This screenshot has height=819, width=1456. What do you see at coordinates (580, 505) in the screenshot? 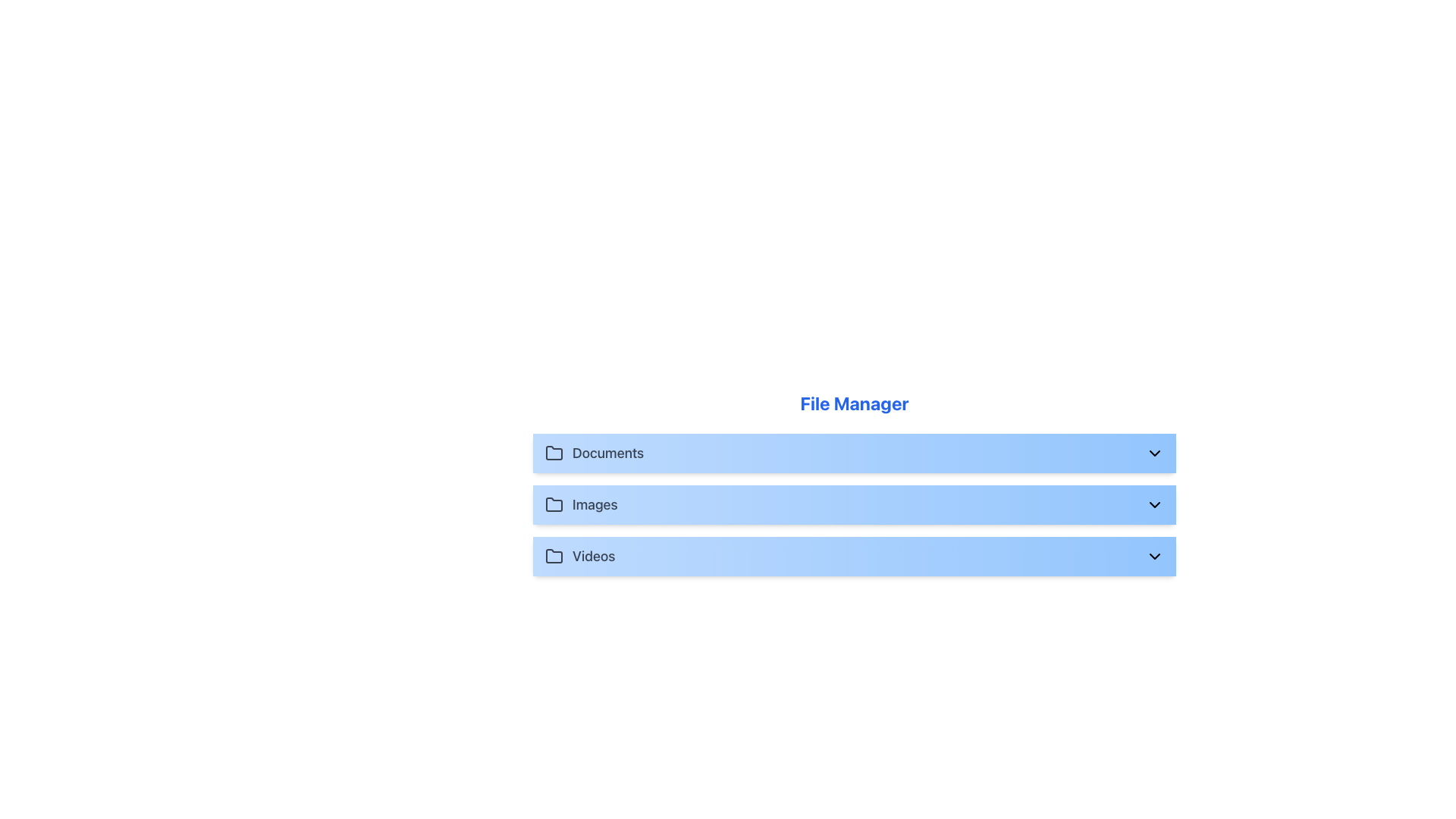
I see `the 'Images' category text label with an associated folder icon in the File Manager section` at bounding box center [580, 505].